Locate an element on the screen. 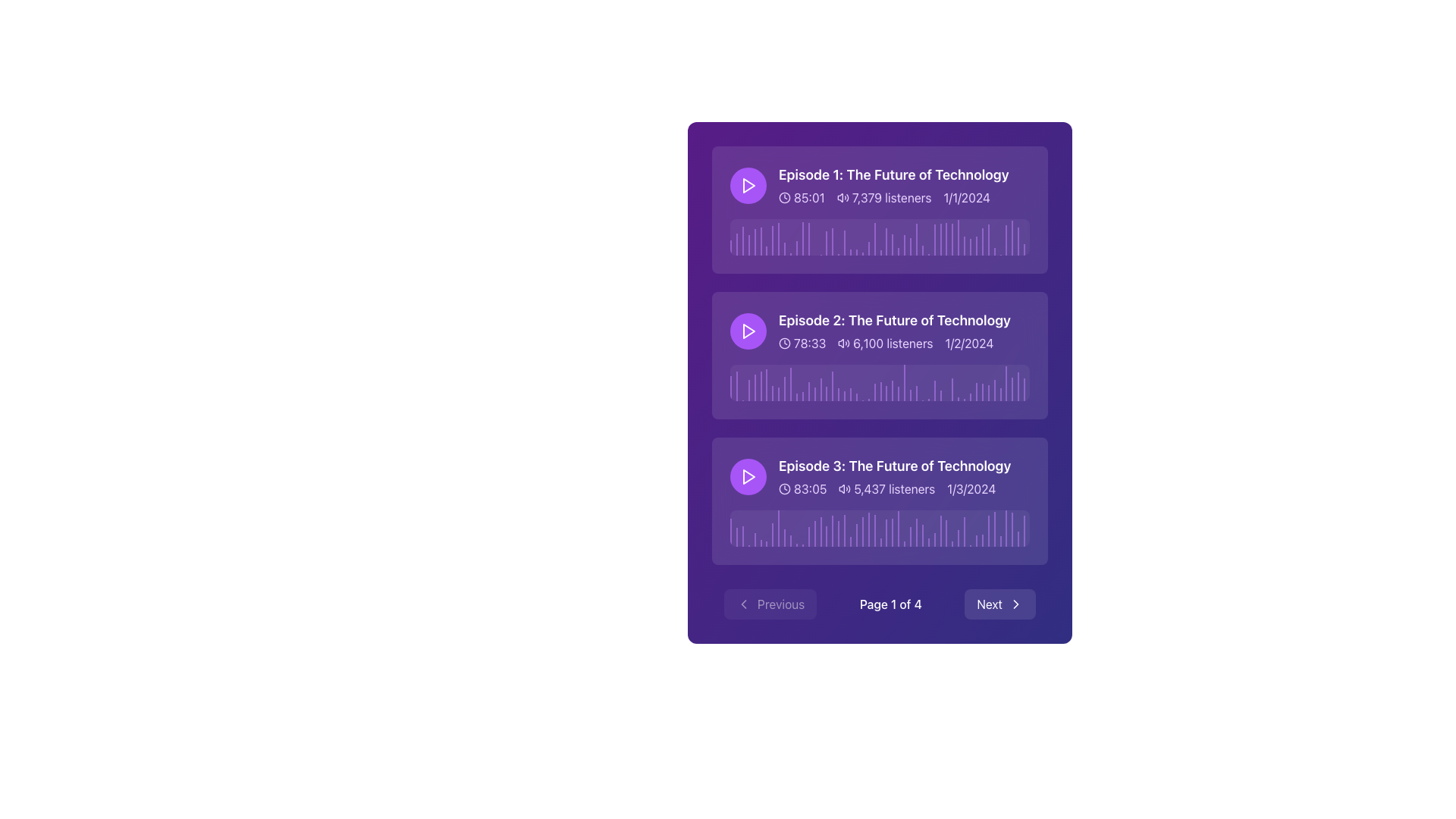 The height and width of the screenshot is (819, 1456). the playback progress indicator bar located within the second item of the podcast episode list, representing the playback progress is located at coordinates (773, 393).